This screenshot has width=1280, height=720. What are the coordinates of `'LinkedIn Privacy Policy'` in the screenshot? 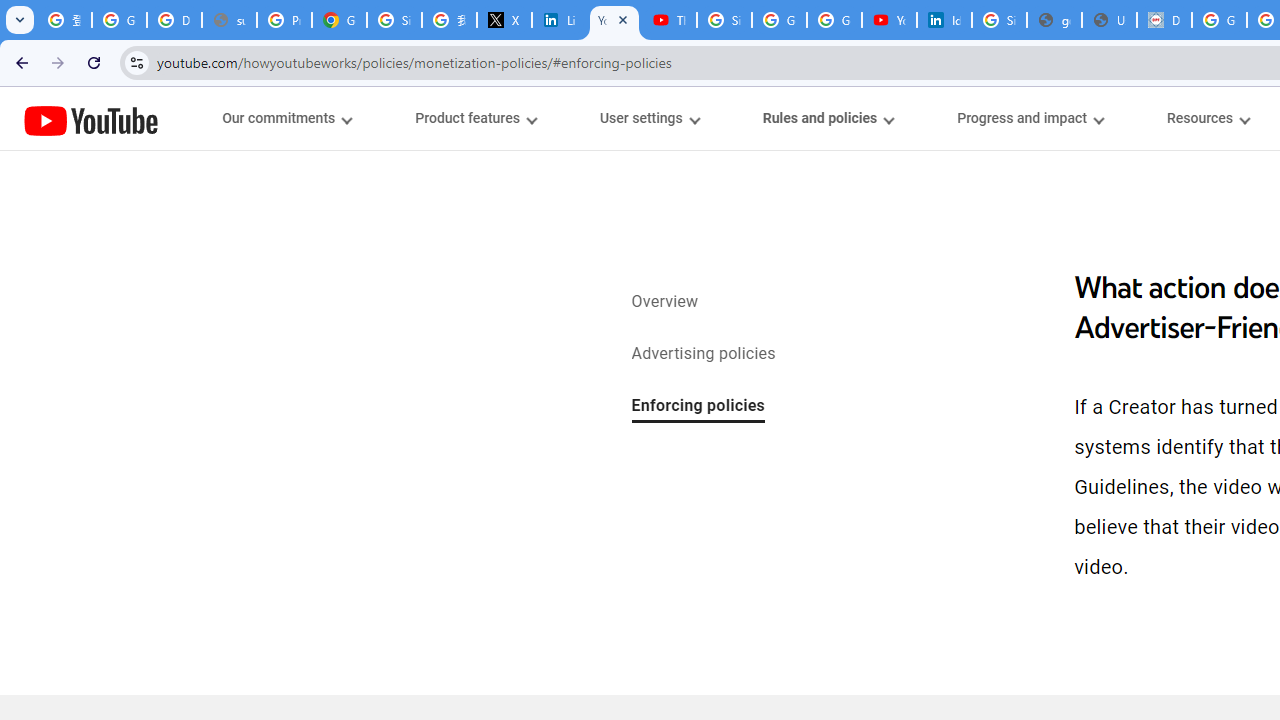 It's located at (560, 20).